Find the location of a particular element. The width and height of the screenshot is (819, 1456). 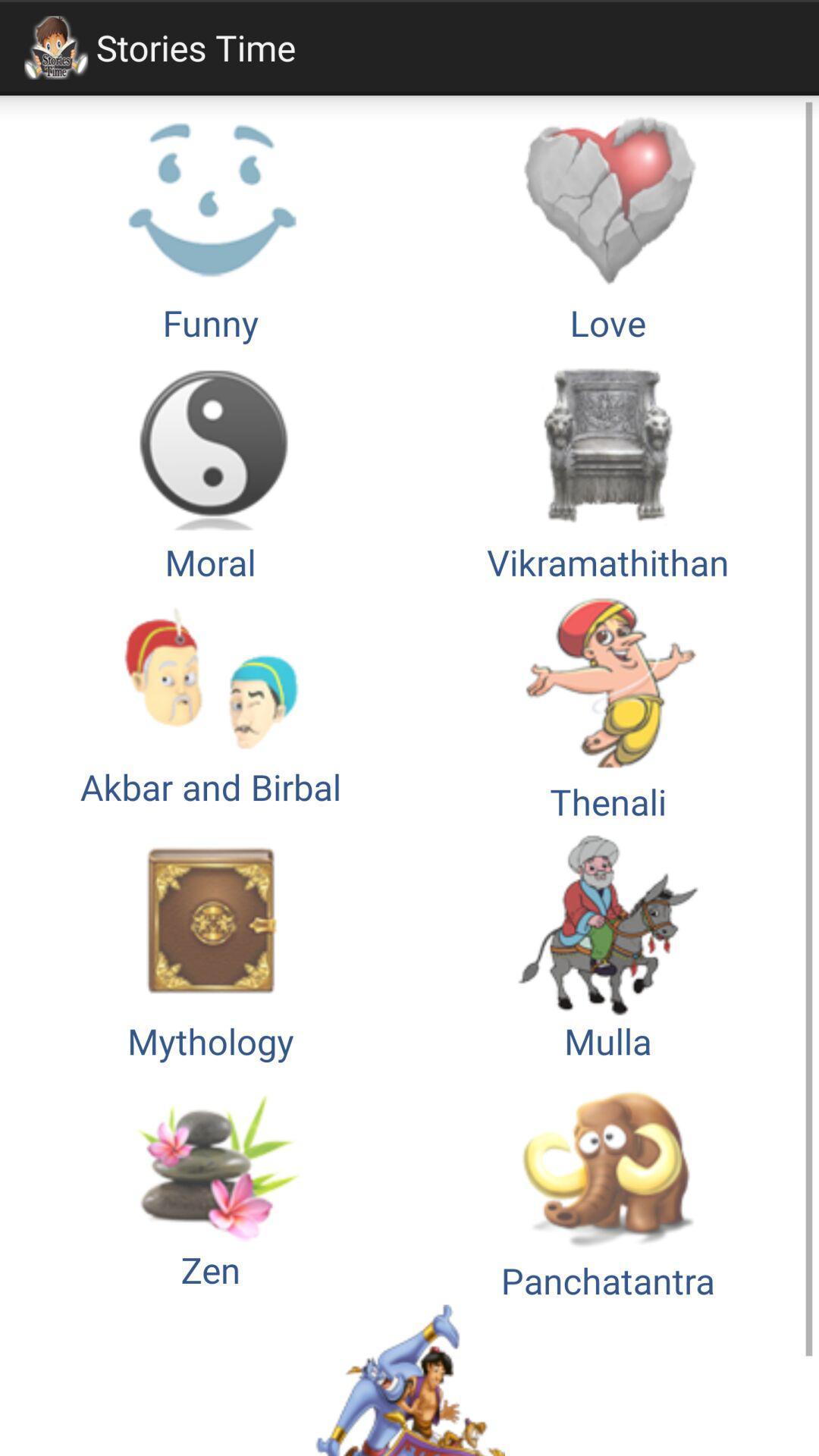

thenali icon is located at coordinates (607, 705).